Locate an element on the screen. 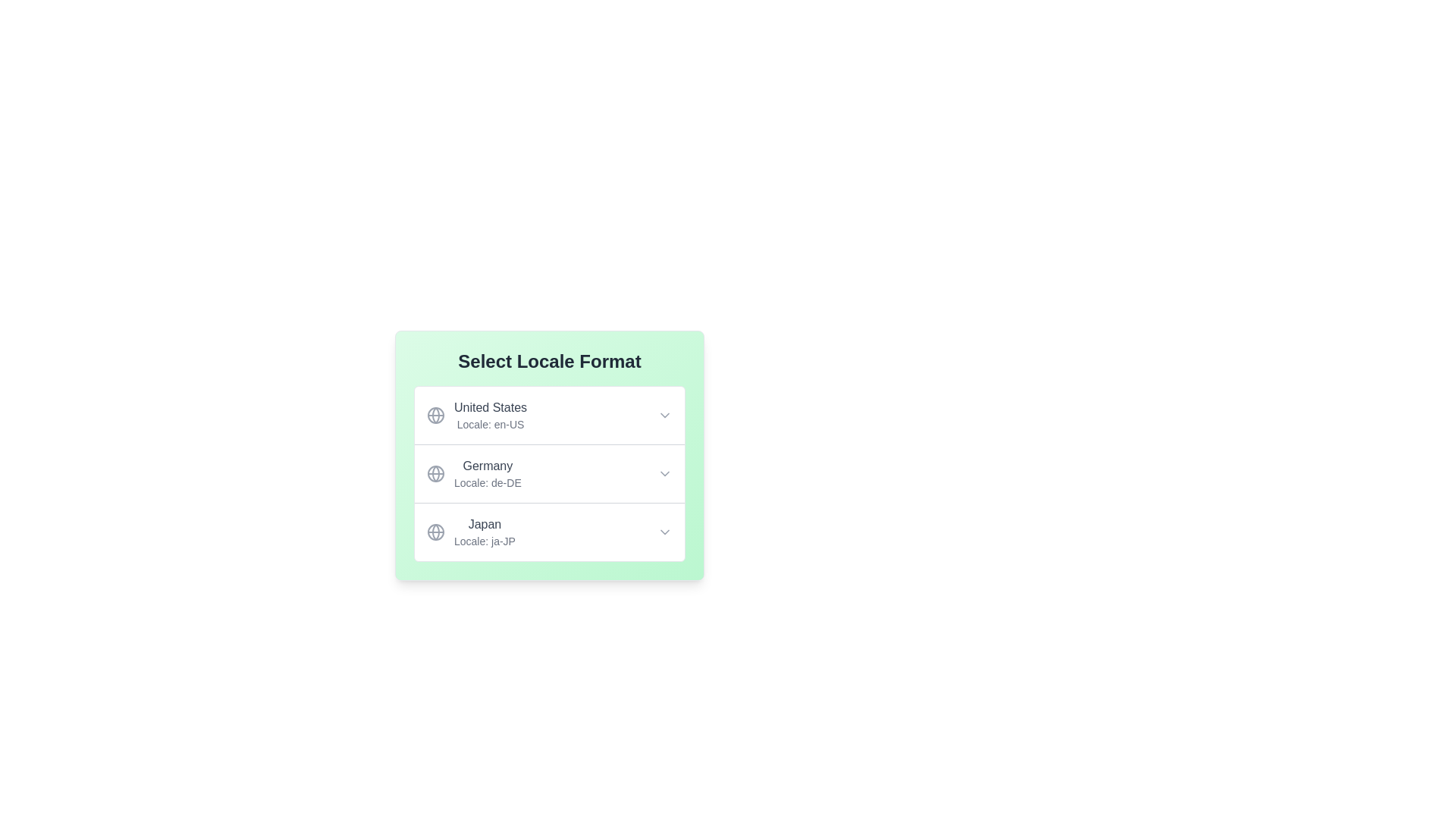  the list item for Germany is located at coordinates (548, 472).